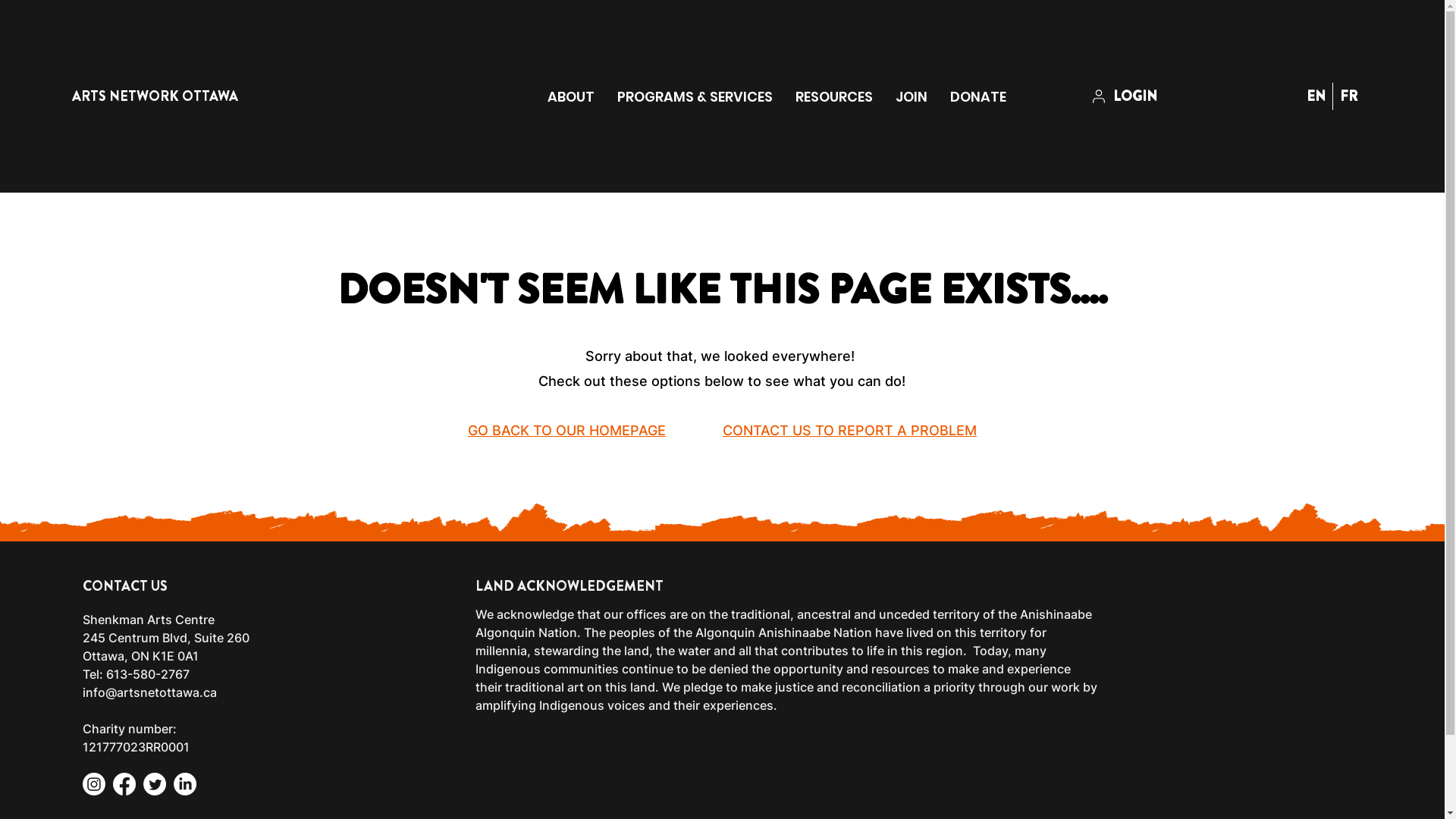  Describe the element at coordinates (1348, 96) in the screenshot. I see `'FR'` at that location.